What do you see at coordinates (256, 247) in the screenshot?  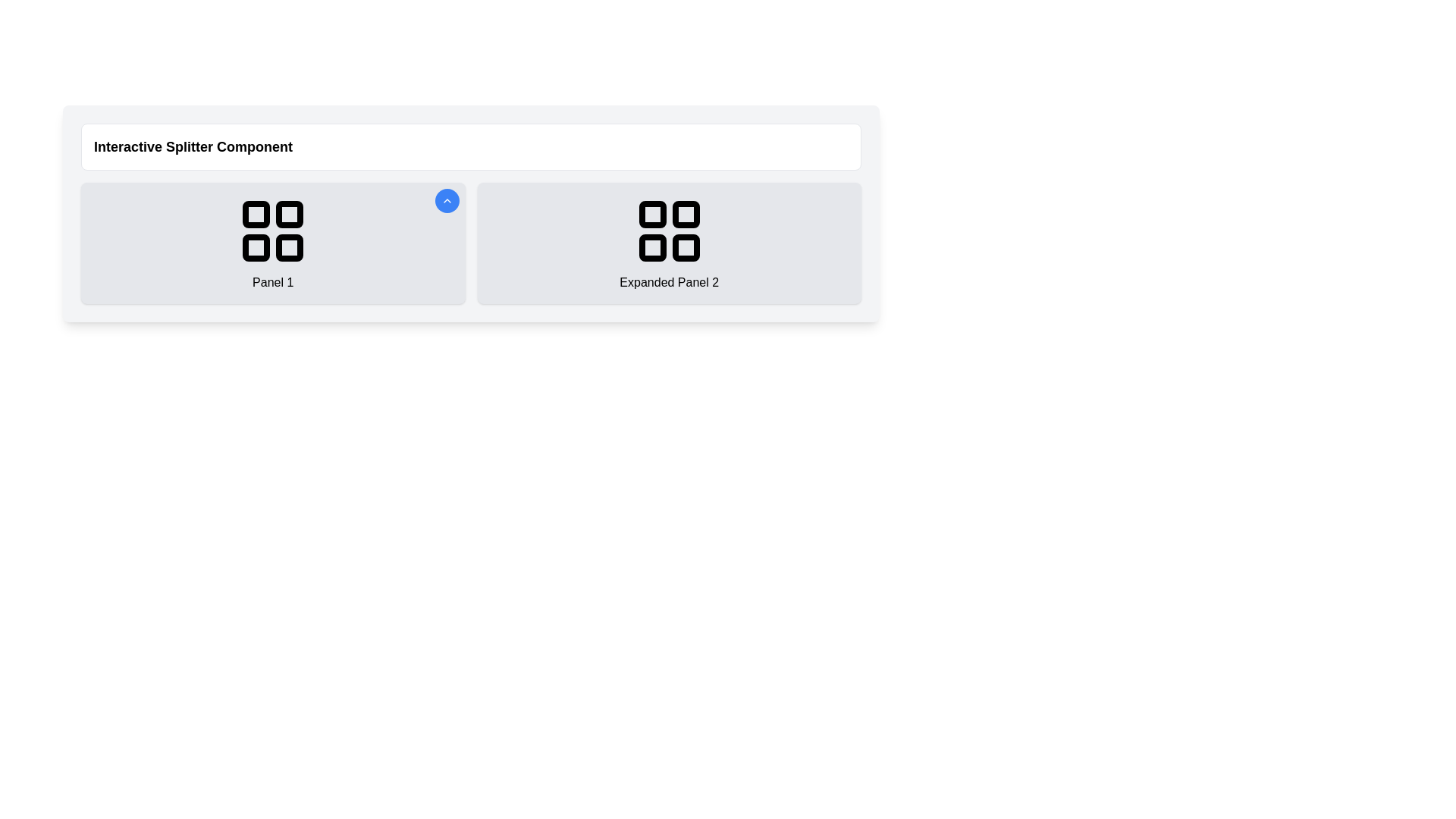 I see `the Decorative grid cell located in the bottom-left position of the 2x2 grid layout with a light gray fill and a black border` at bounding box center [256, 247].